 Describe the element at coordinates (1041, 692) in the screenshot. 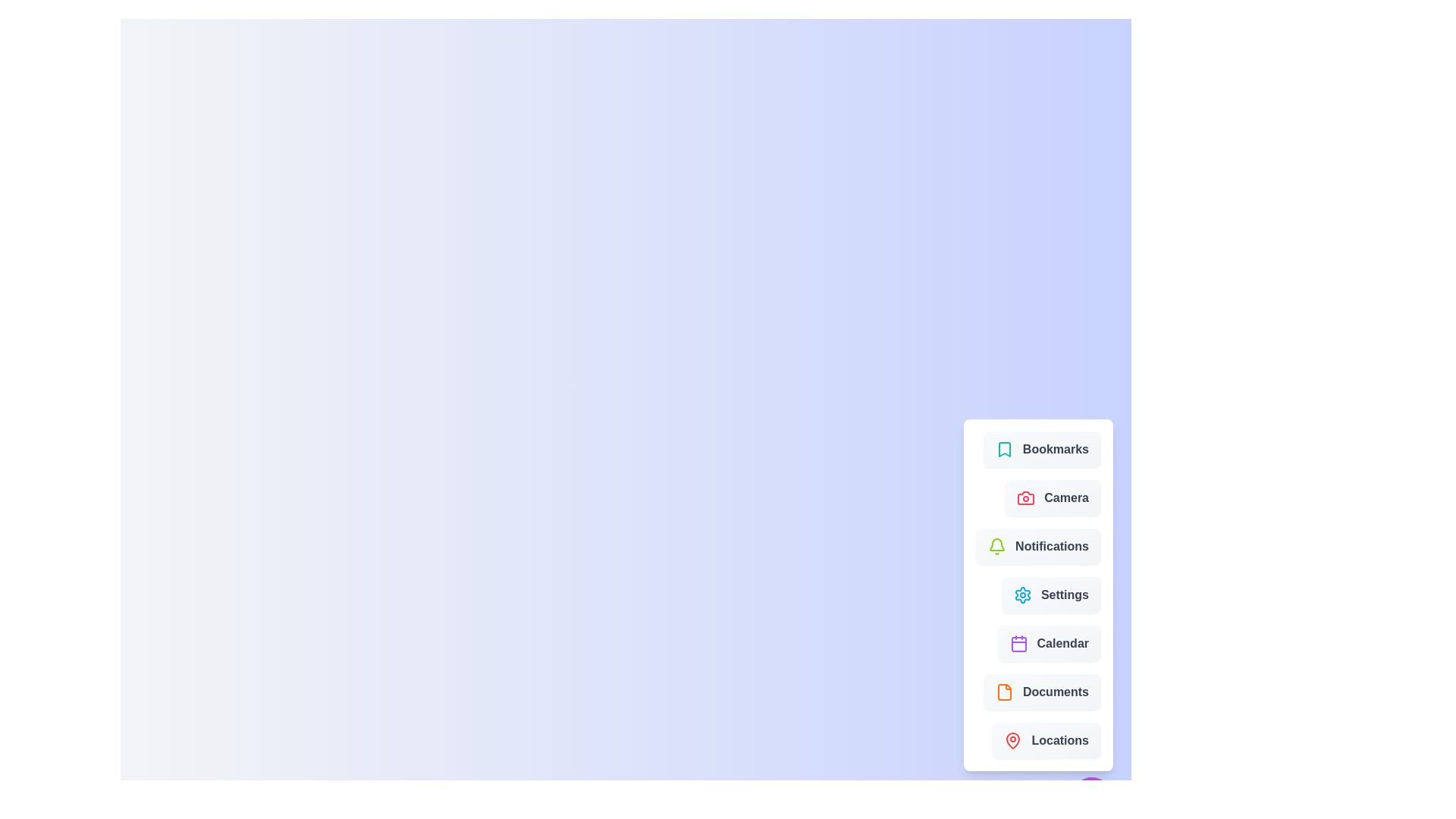

I see `the menu item corresponding to Documents to activate its action` at that location.